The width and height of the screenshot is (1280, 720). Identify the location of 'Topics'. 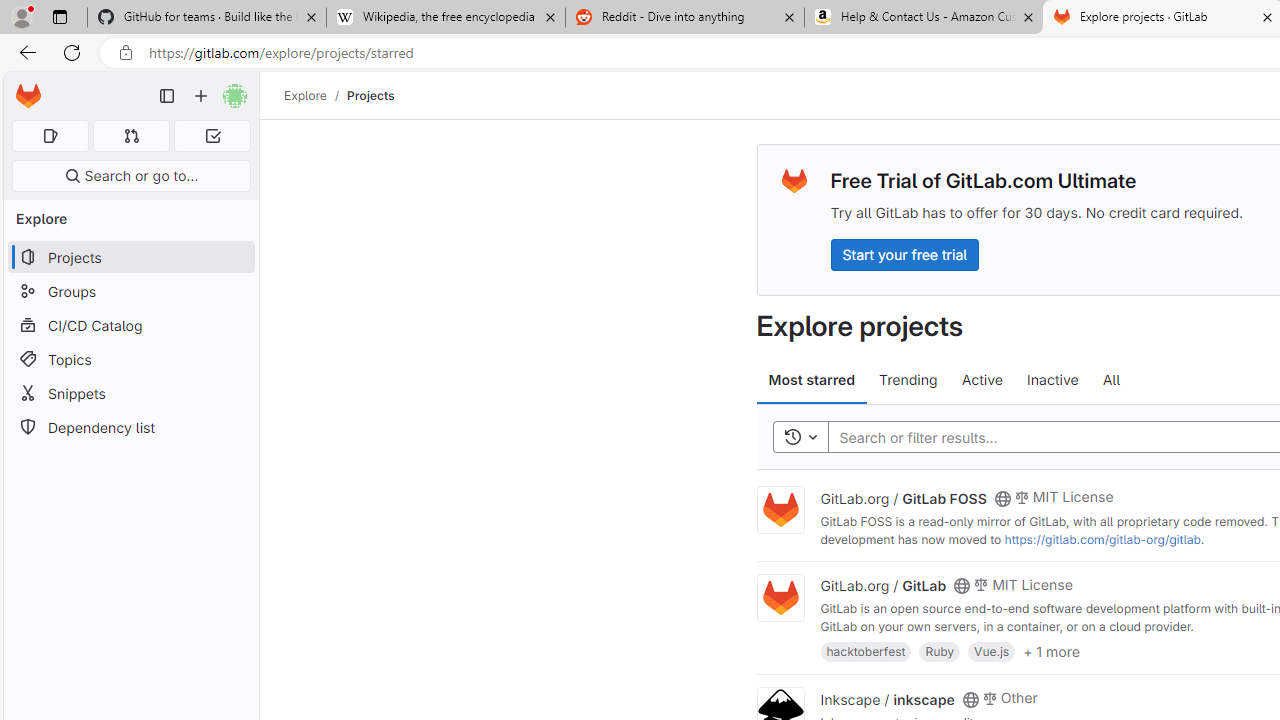
(130, 358).